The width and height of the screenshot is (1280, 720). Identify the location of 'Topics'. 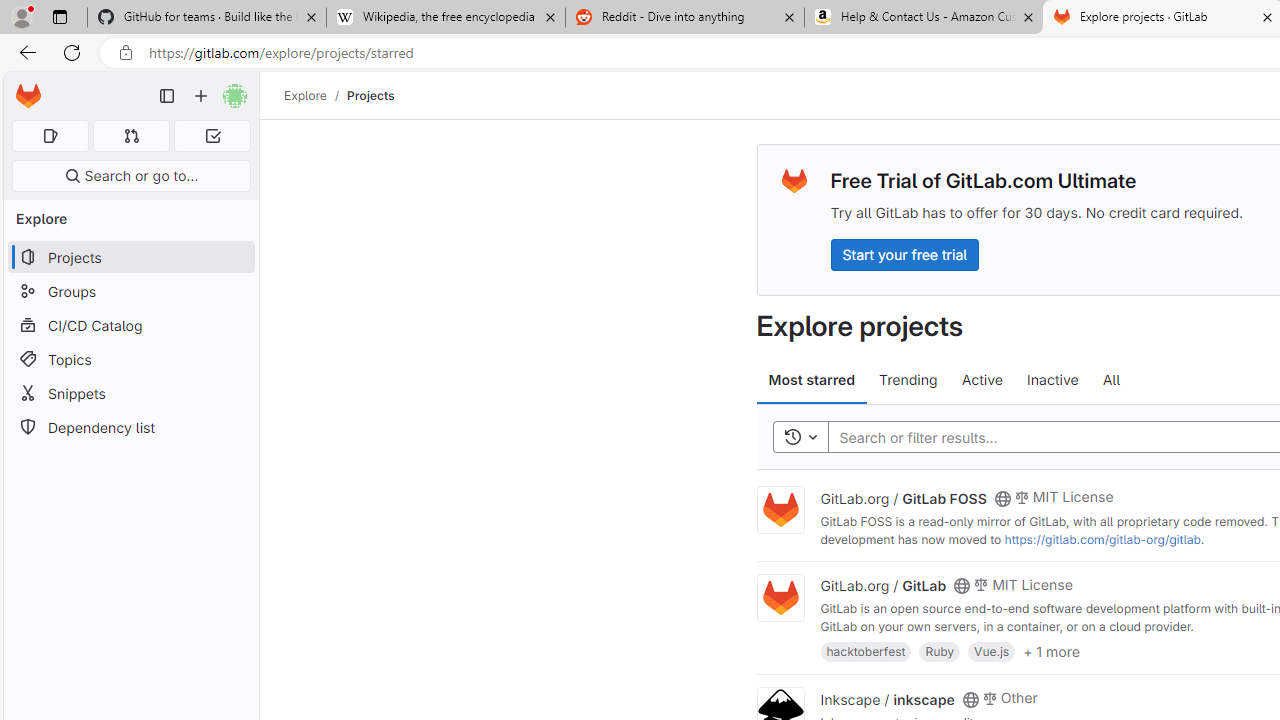
(130, 358).